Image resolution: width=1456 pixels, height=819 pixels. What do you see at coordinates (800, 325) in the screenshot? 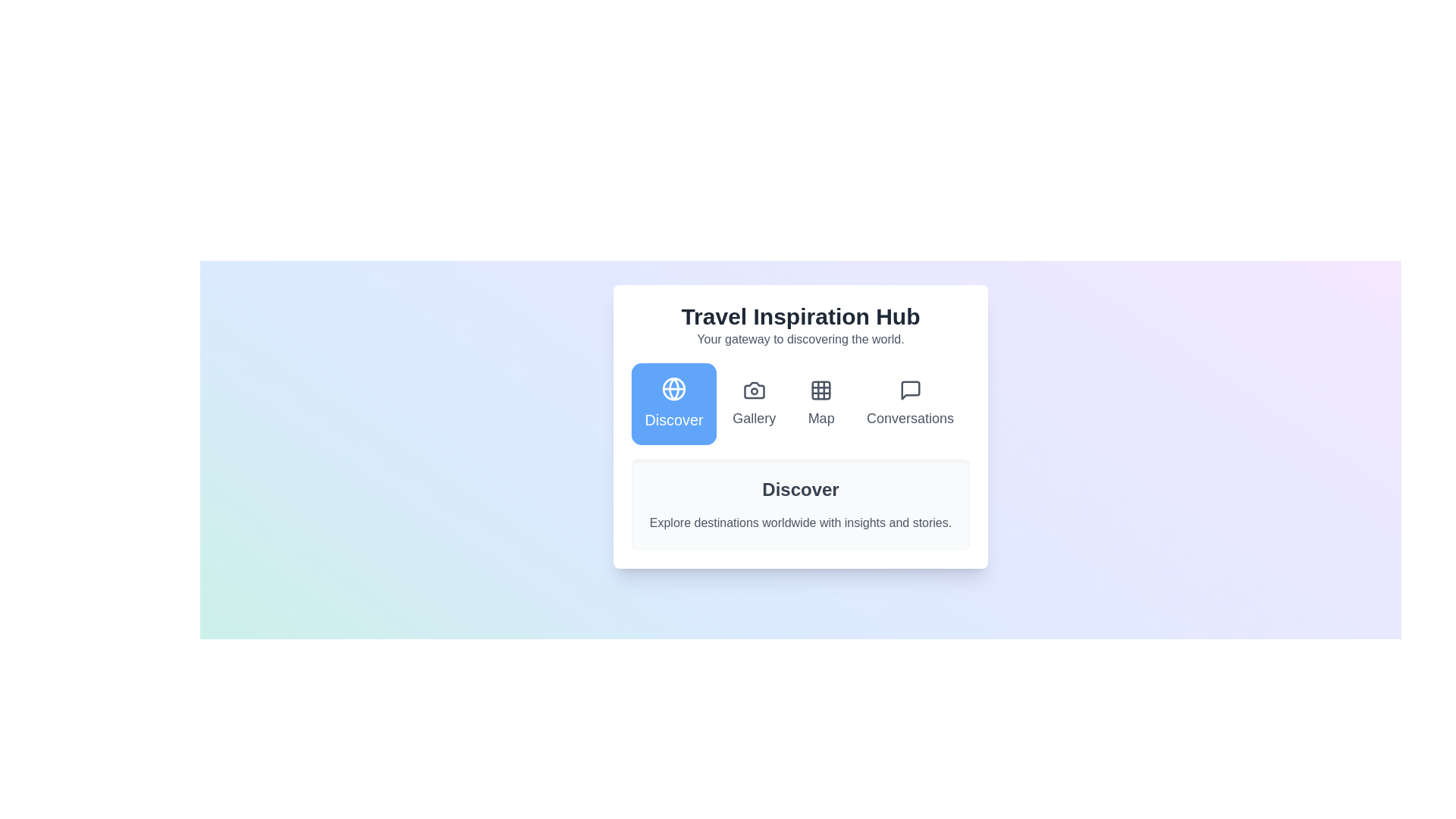
I see `the introductory header text block in the Travel Inspiration Hub card, which is positioned above the navigation options` at bounding box center [800, 325].